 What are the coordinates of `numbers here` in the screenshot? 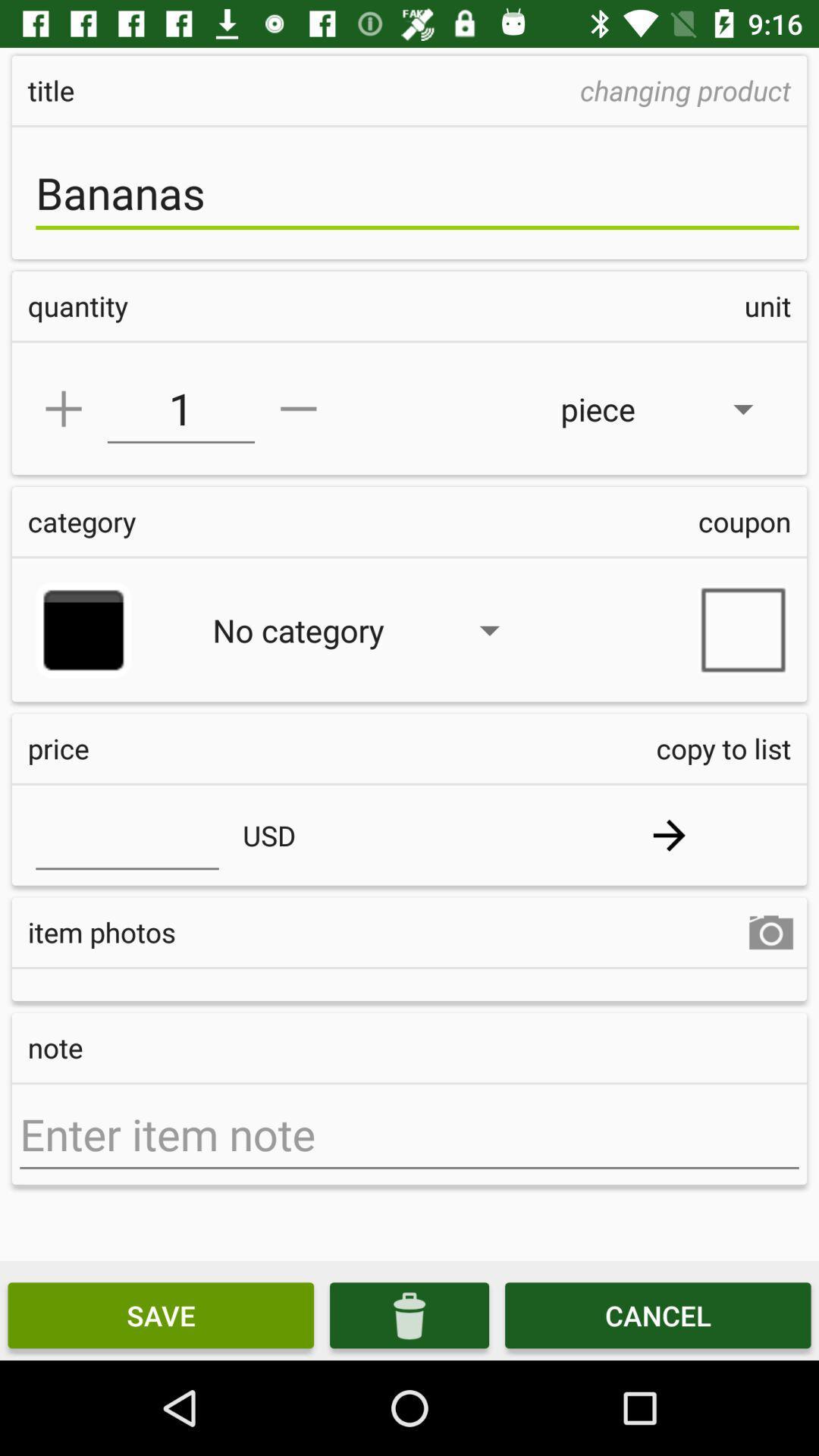 It's located at (127, 834).